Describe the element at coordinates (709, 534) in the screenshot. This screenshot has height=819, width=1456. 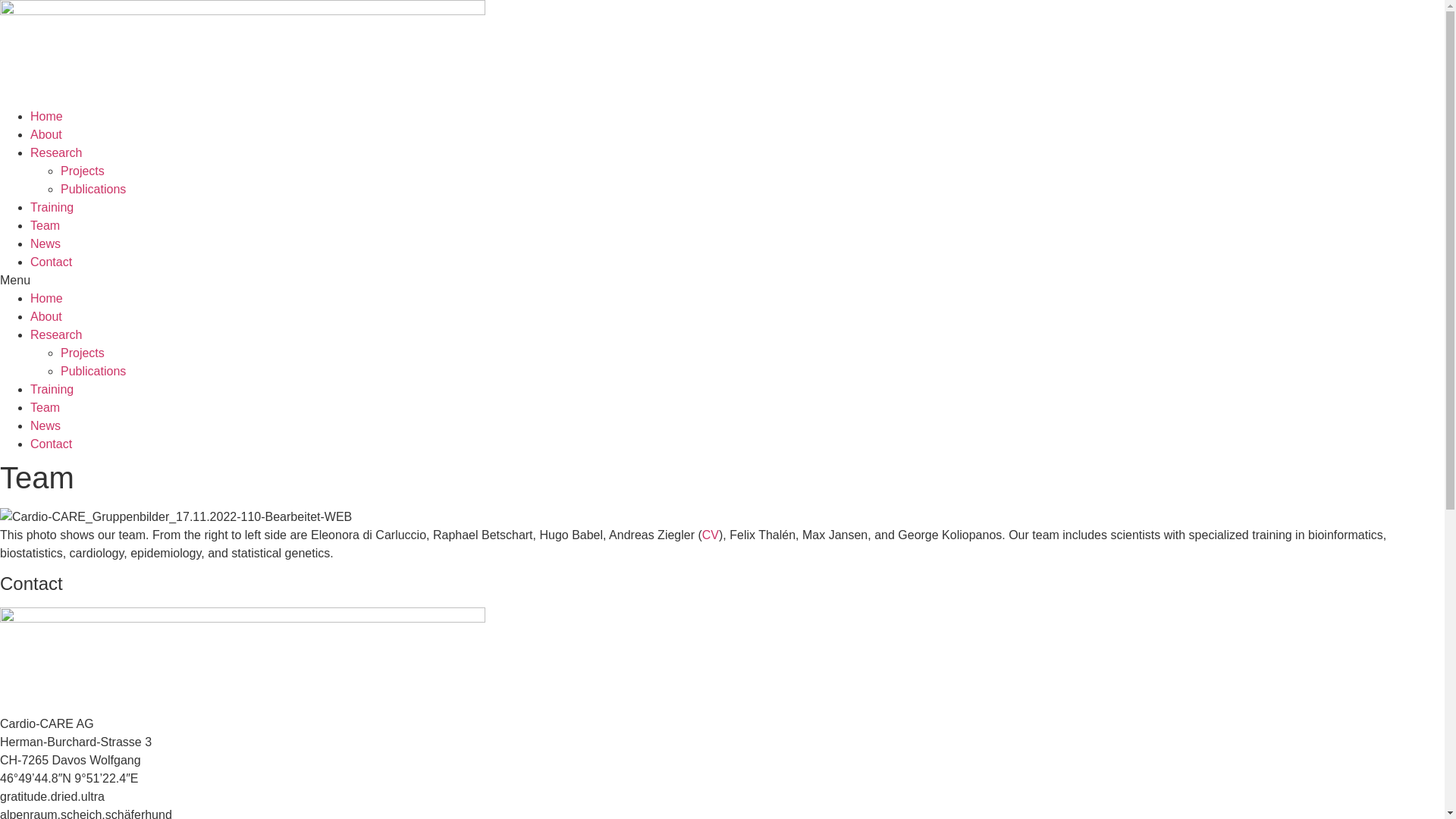
I see `'CV'` at that location.